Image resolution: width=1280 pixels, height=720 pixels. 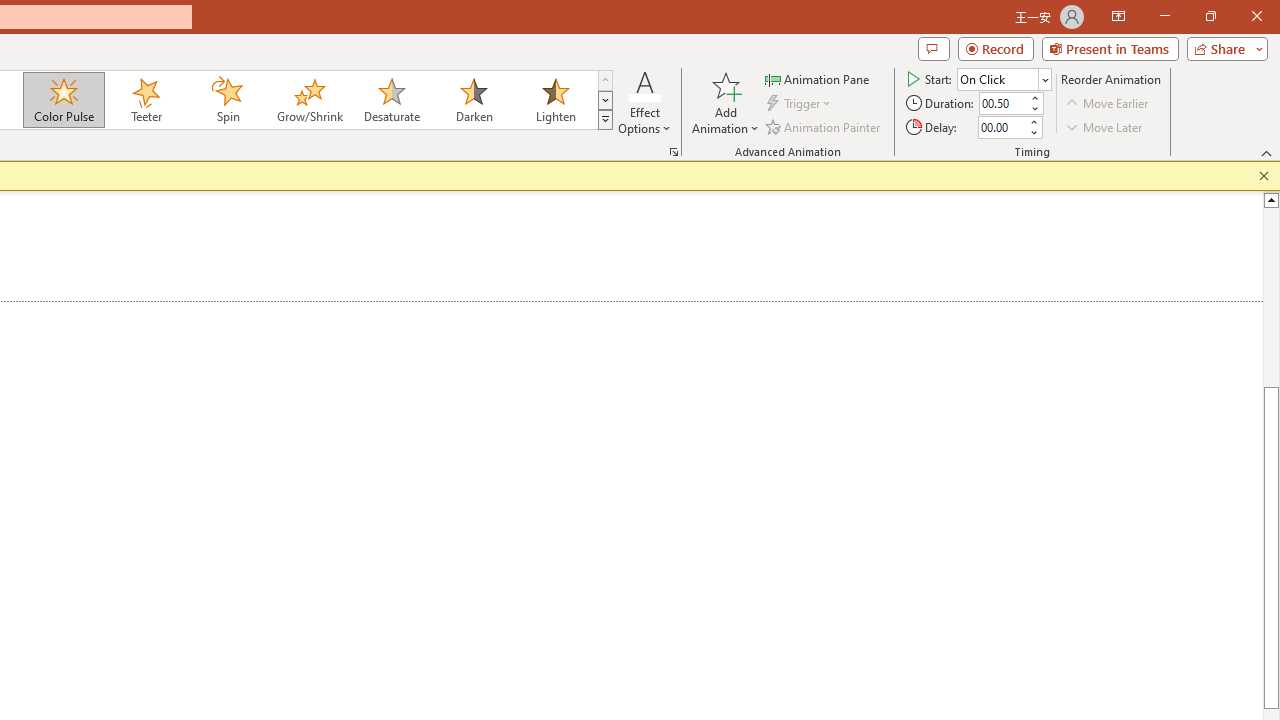 I want to click on 'Trigger', so click(x=800, y=103).